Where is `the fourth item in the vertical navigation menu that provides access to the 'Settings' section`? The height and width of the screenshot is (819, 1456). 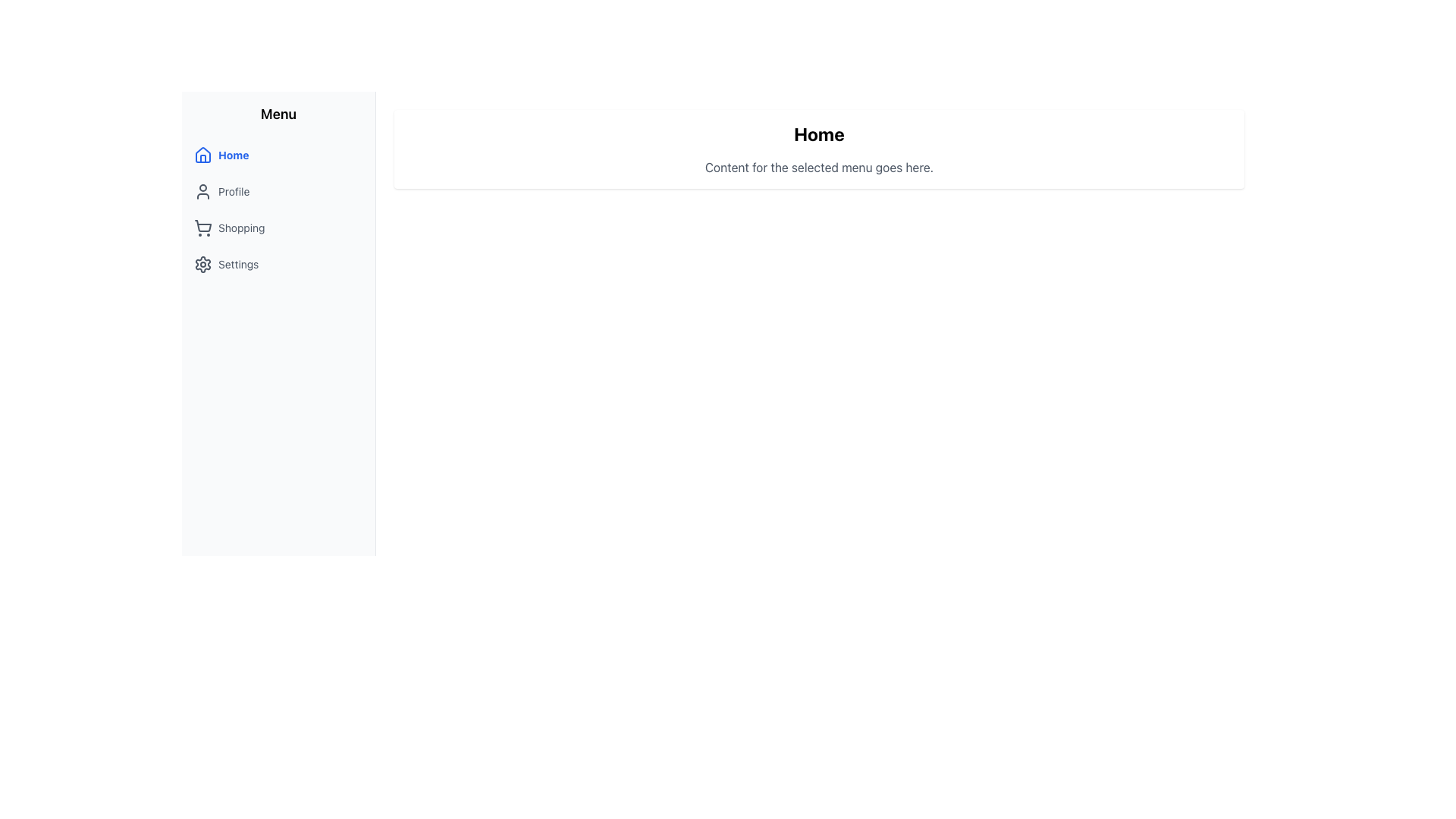
the fourth item in the vertical navigation menu that provides access to the 'Settings' section is located at coordinates (278, 263).